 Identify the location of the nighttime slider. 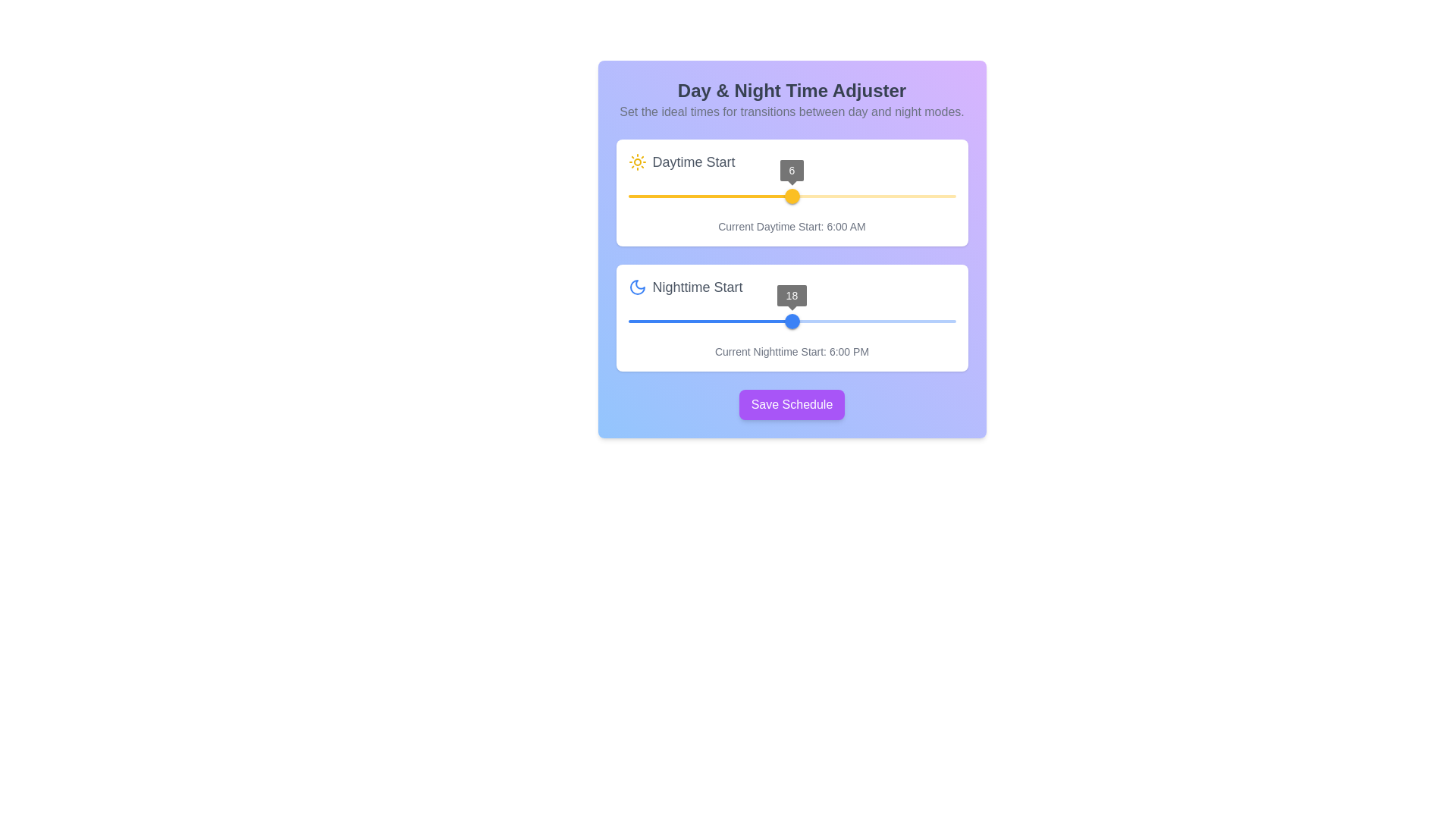
(655, 321).